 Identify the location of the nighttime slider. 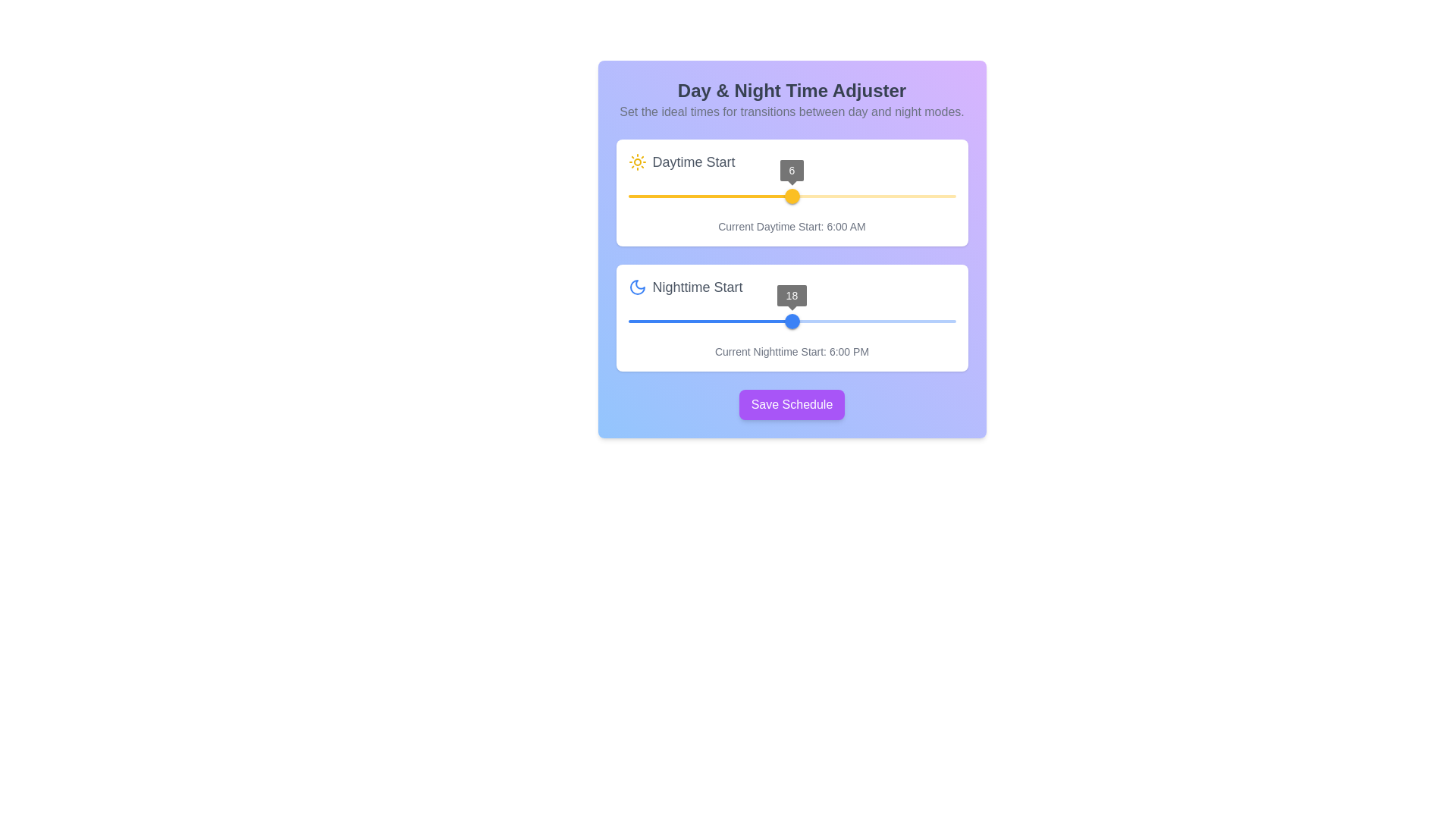
(655, 321).